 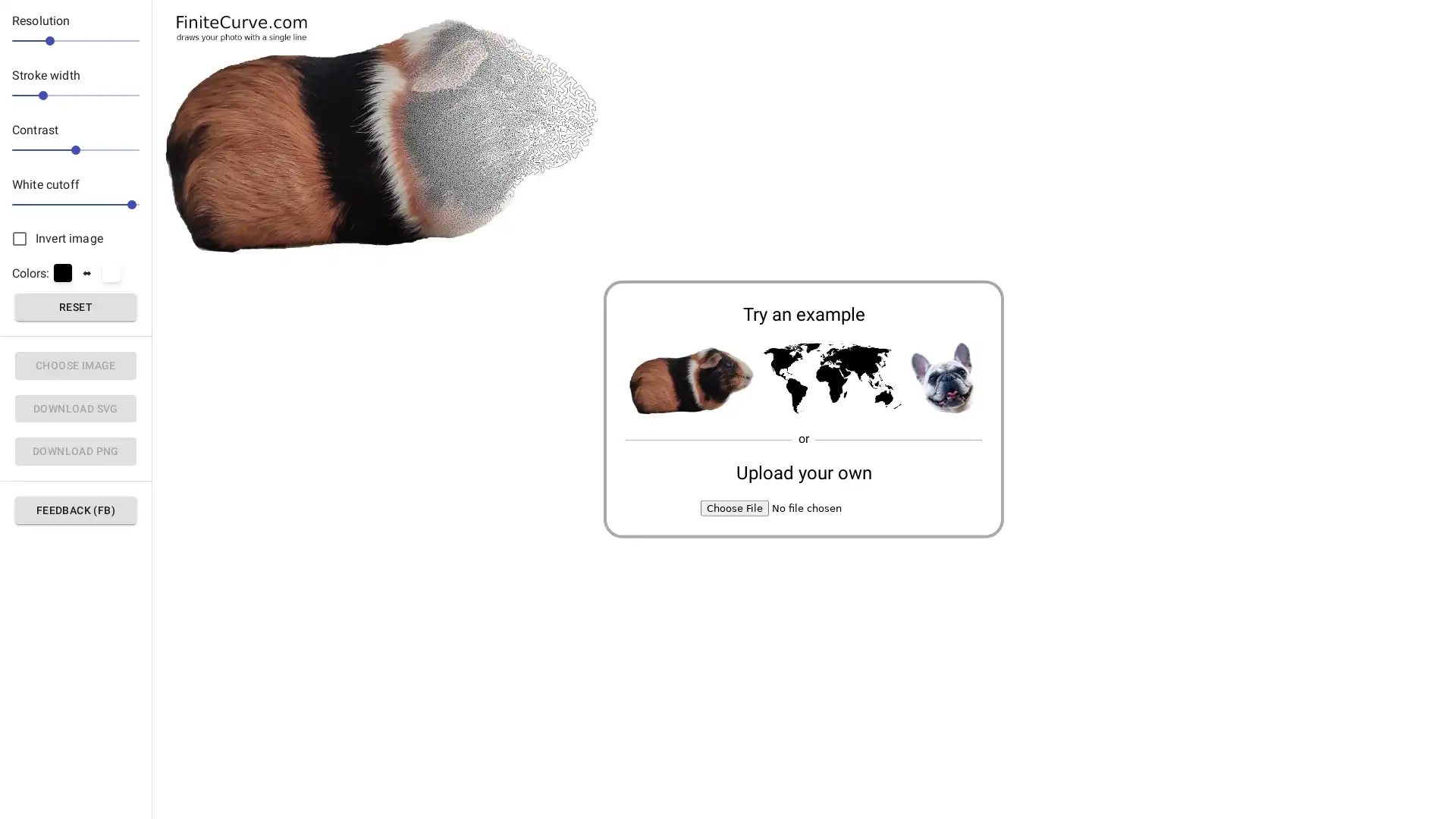 I want to click on Around the world, around the world, around the world, around the world - Daft Punk, so click(x=831, y=378).